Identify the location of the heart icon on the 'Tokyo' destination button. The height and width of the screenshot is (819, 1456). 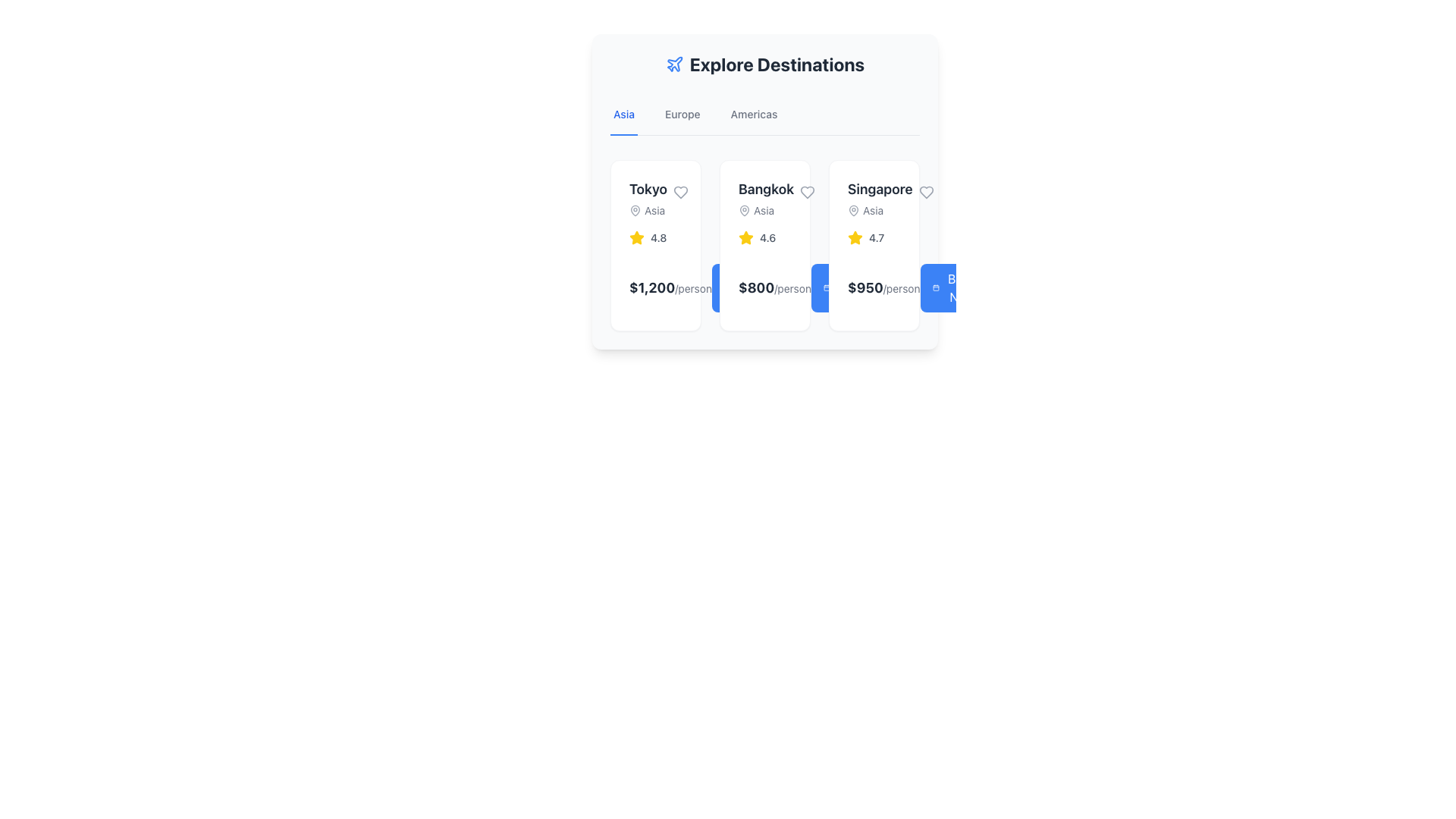
(679, 192).